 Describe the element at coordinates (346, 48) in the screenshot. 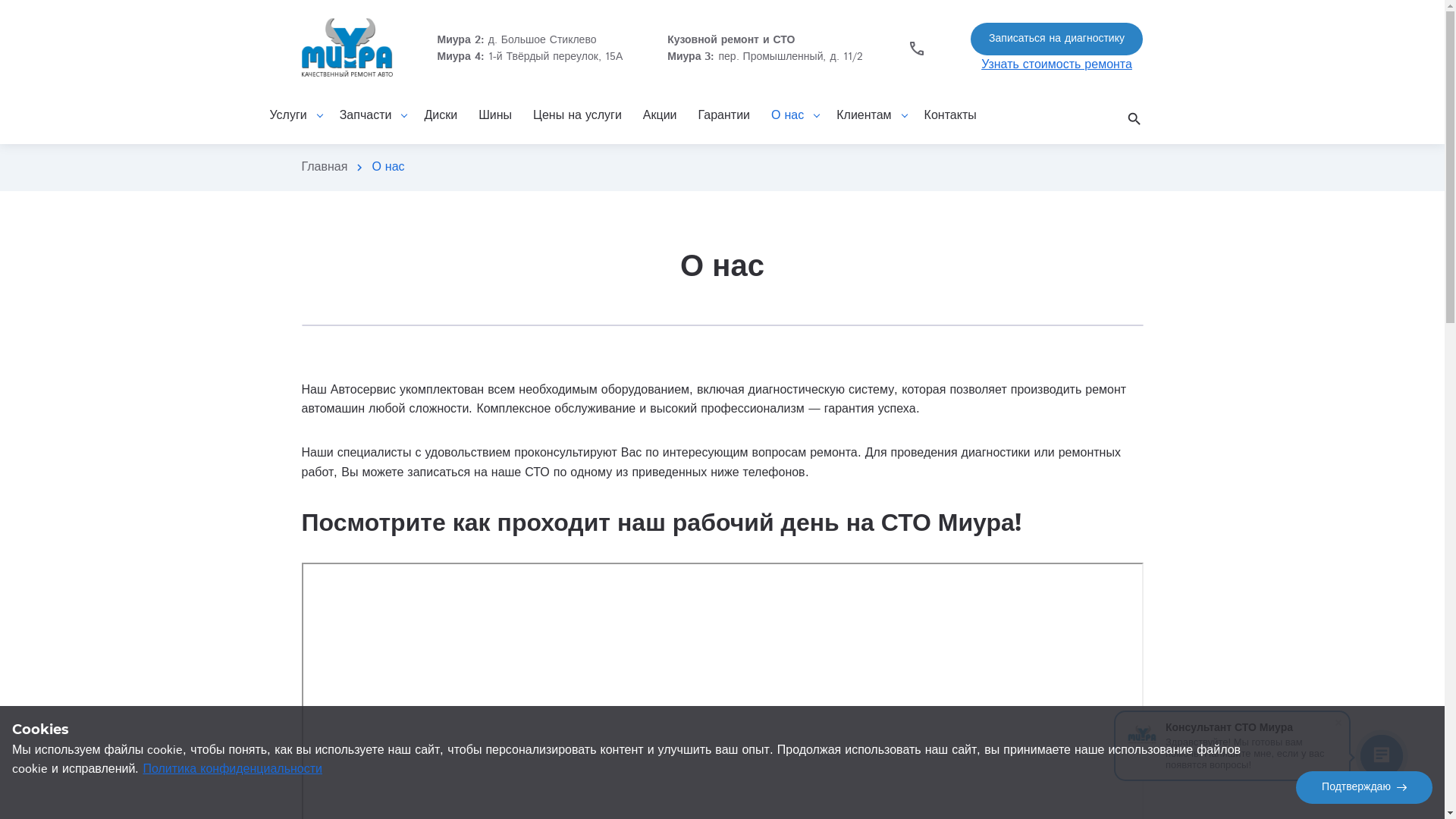

I see `'miura.by'` at that location.